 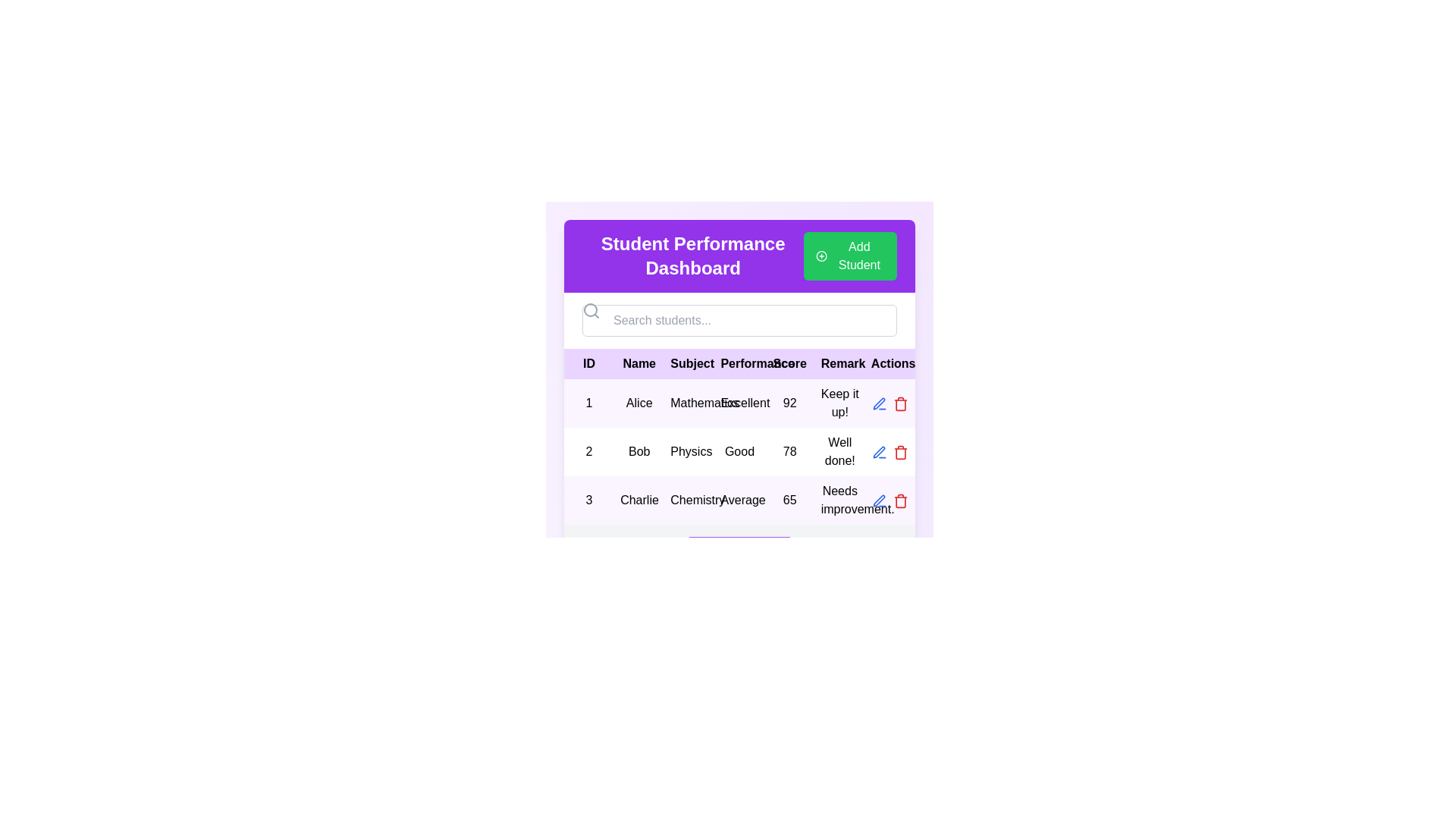 I want to click on the trash icon in the Actions column of the table for the student named 'Charlie', so click(x=900, y=502).